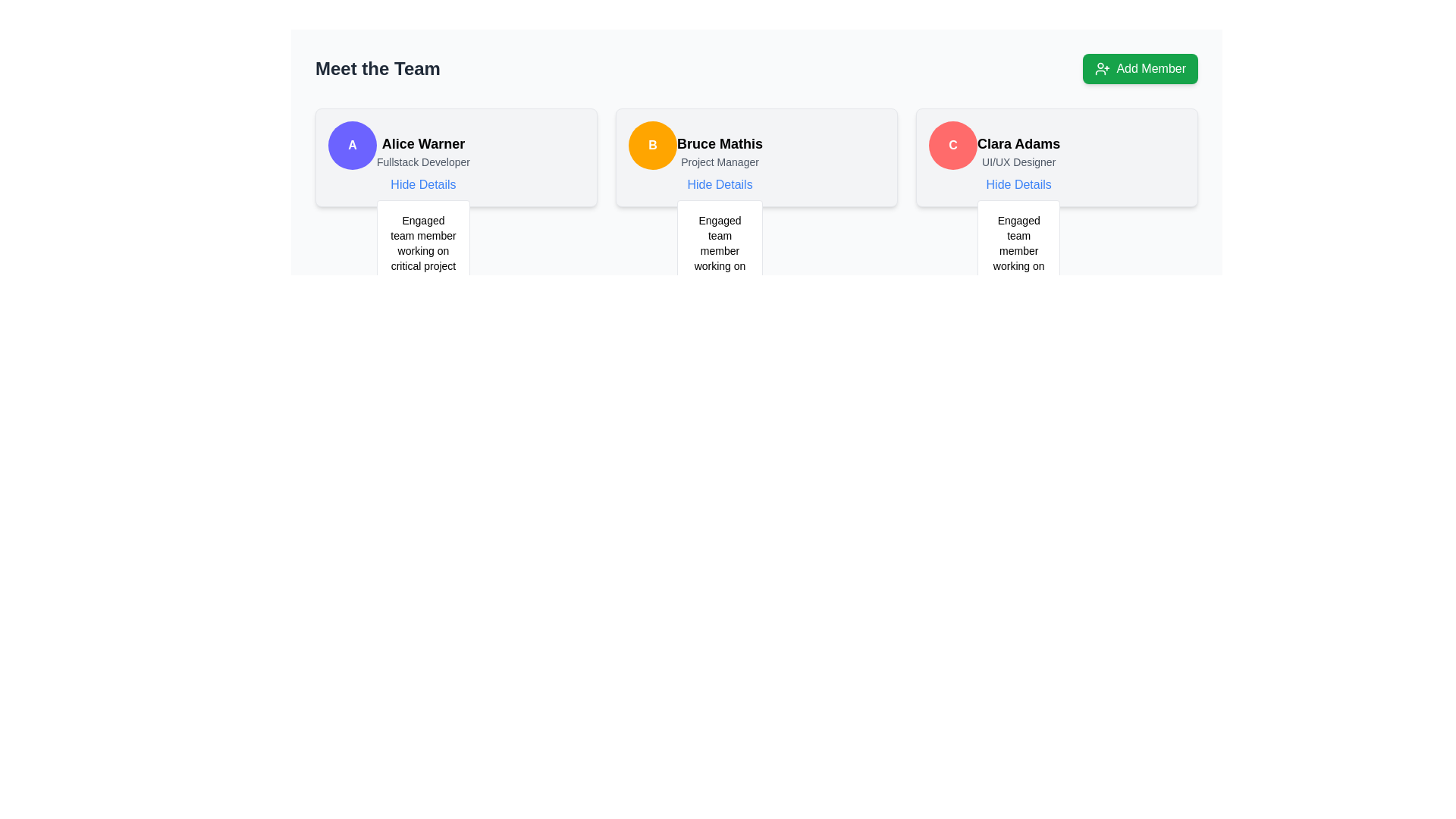  Describe the element at coordinates (719, 143) in the screenshot. I see `the text element that contains 'Bruce Mathis', styled in bold and larger font, which serves as the title for the second card from the left with a yellow circular avatar labeled 'B'` at that location.